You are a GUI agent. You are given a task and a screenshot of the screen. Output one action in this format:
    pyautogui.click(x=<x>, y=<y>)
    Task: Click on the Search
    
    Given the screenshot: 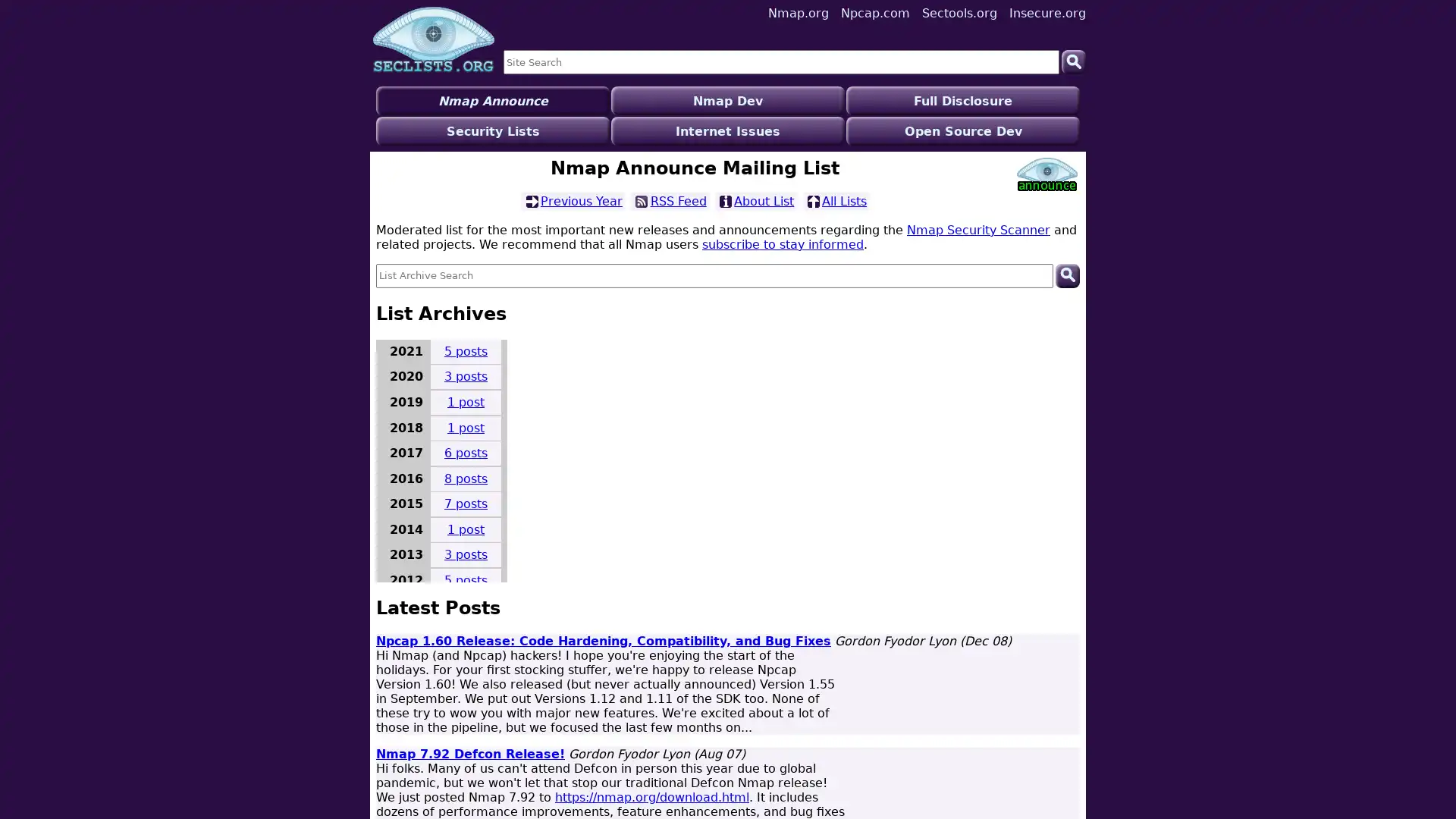 What is the action you would take?
    pyautogui.click(x=1073, y=61)
    